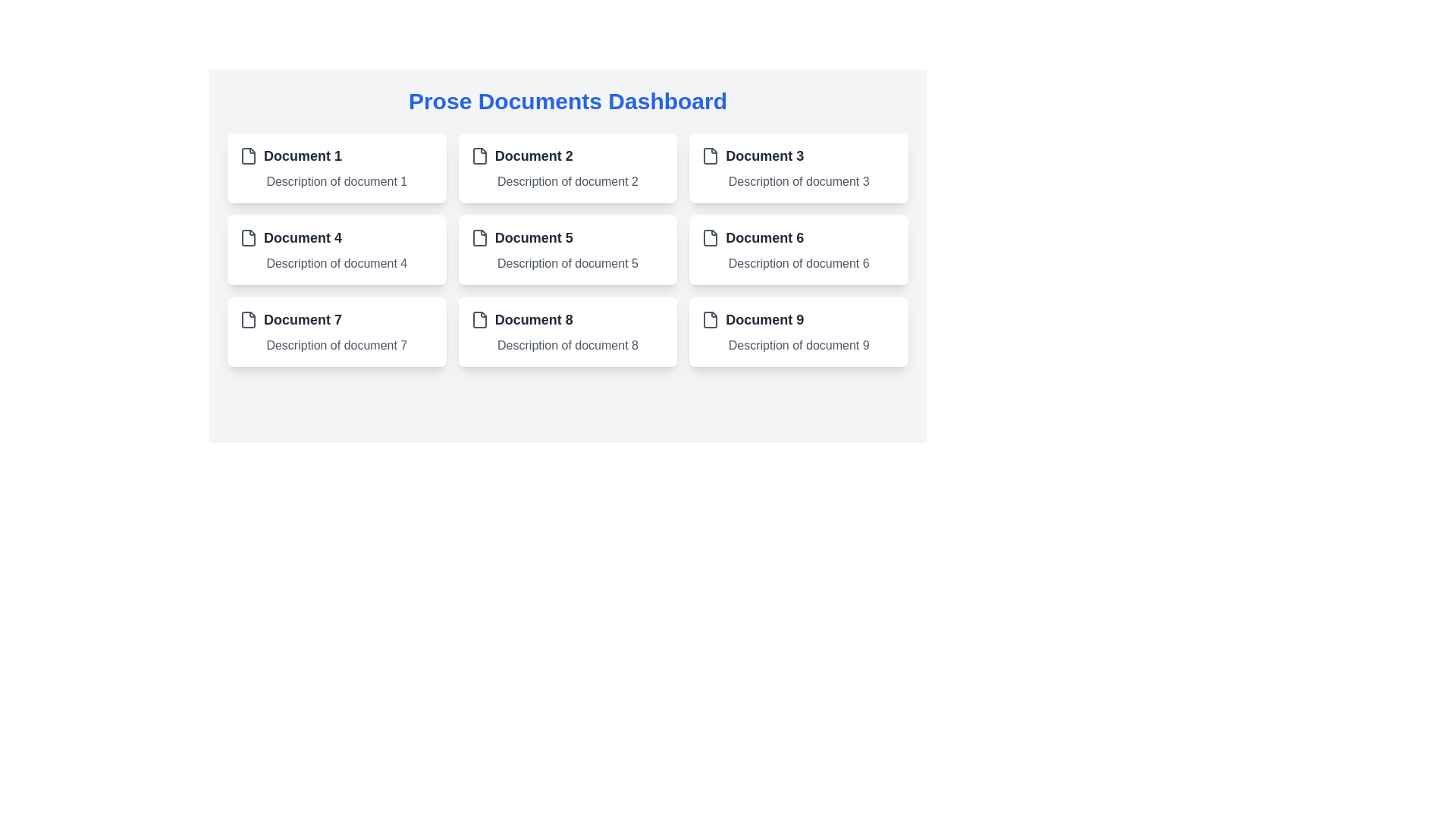 The width and height of the screenshot is (1456, 819). I want to click on the descriptive Text label positioned directly beneath the header 'Document 8' in the eighth card of the grid layout, so click(566, 345).